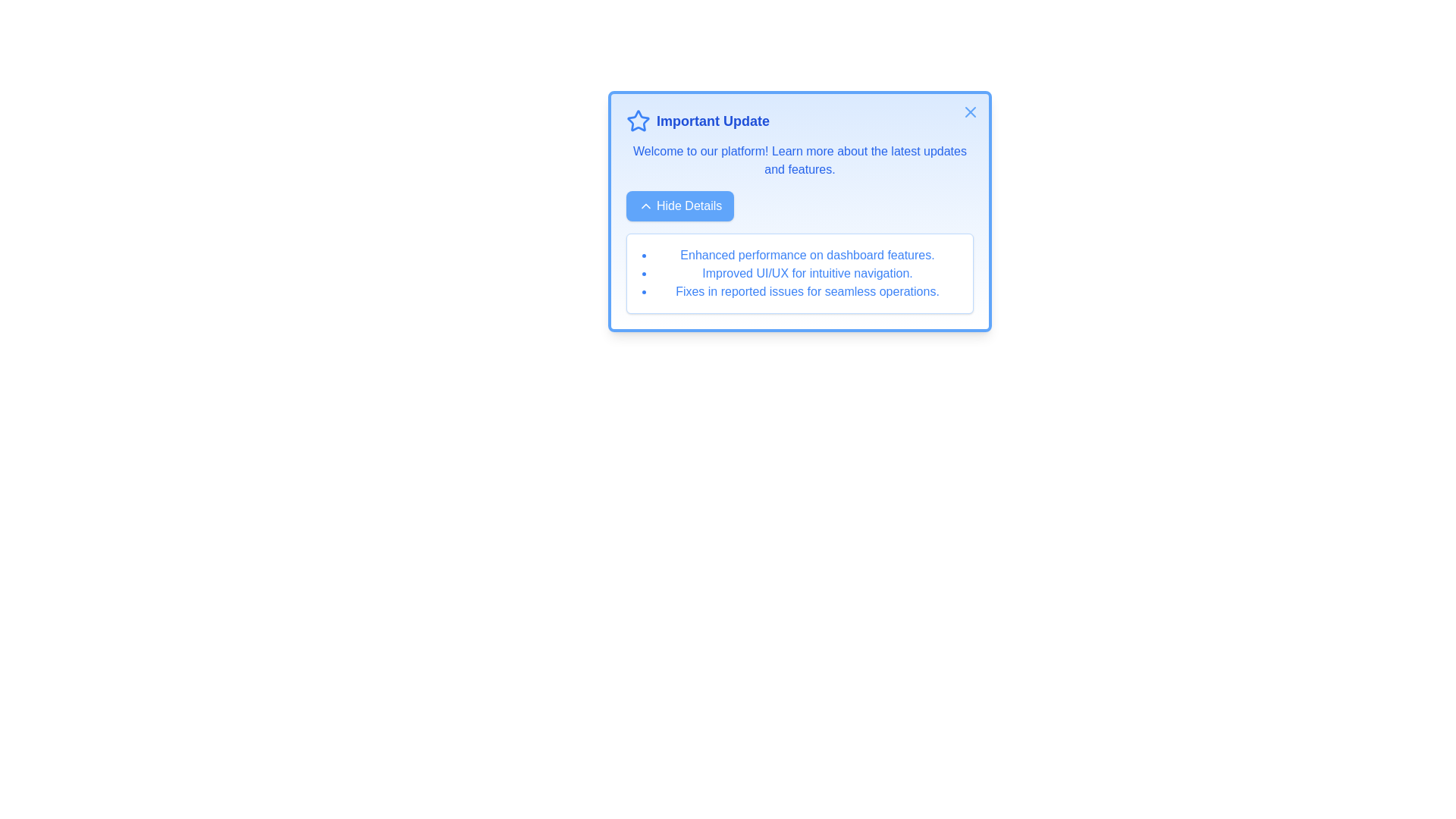 The height and width of the screenshot is (819, 1456). What do you see at coordinates (679, 206) in the screenshot?
I see `the 'Hide Details' button to toggle the visibility of detailed information` at bounding box center [679, 206].